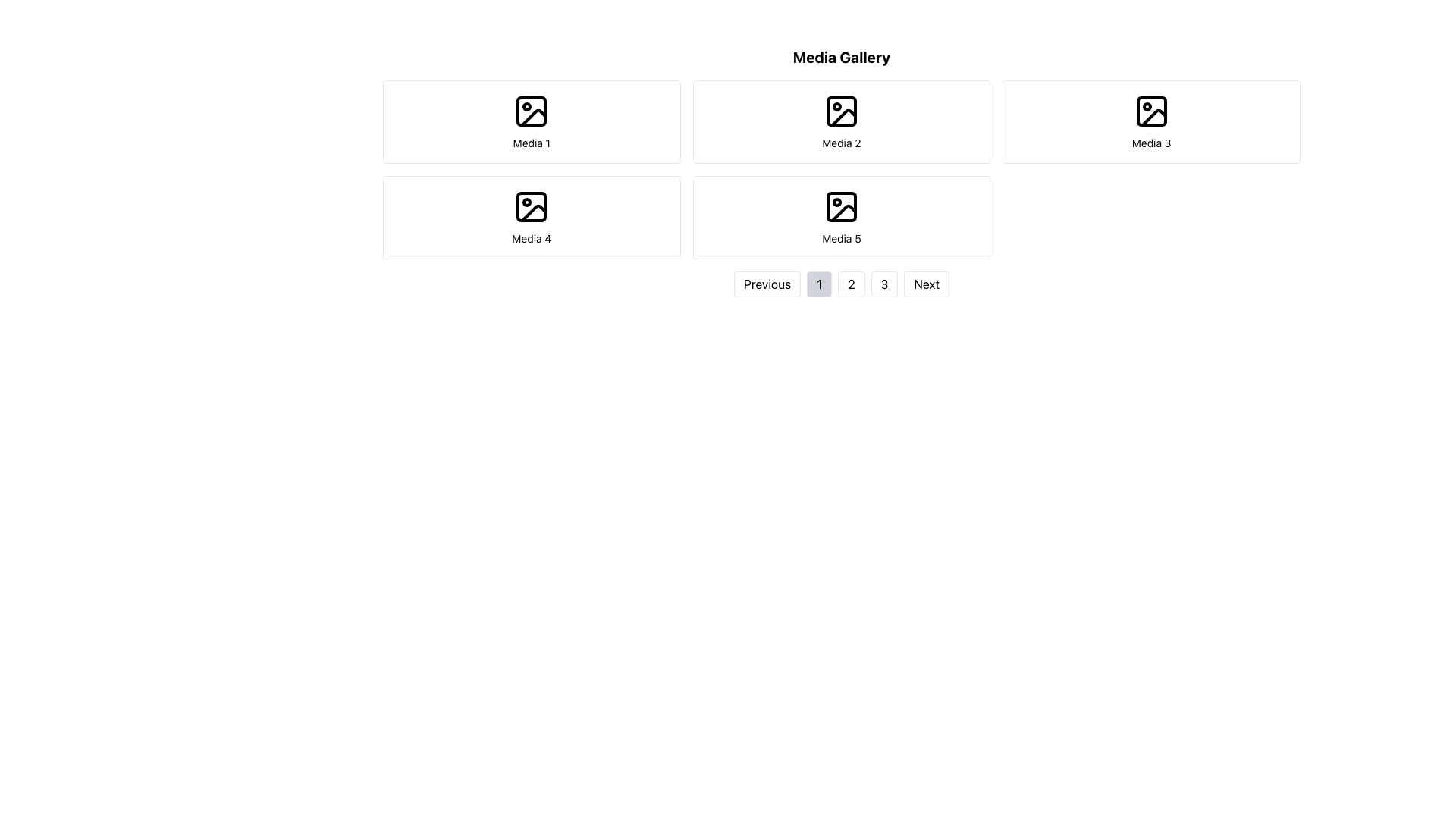 This screenshot has width=1456, height=819. I want to click on the navigation button for page 3, located between the elements labeled '2' and 'Next' in the navigation bar, so click(884, 284).